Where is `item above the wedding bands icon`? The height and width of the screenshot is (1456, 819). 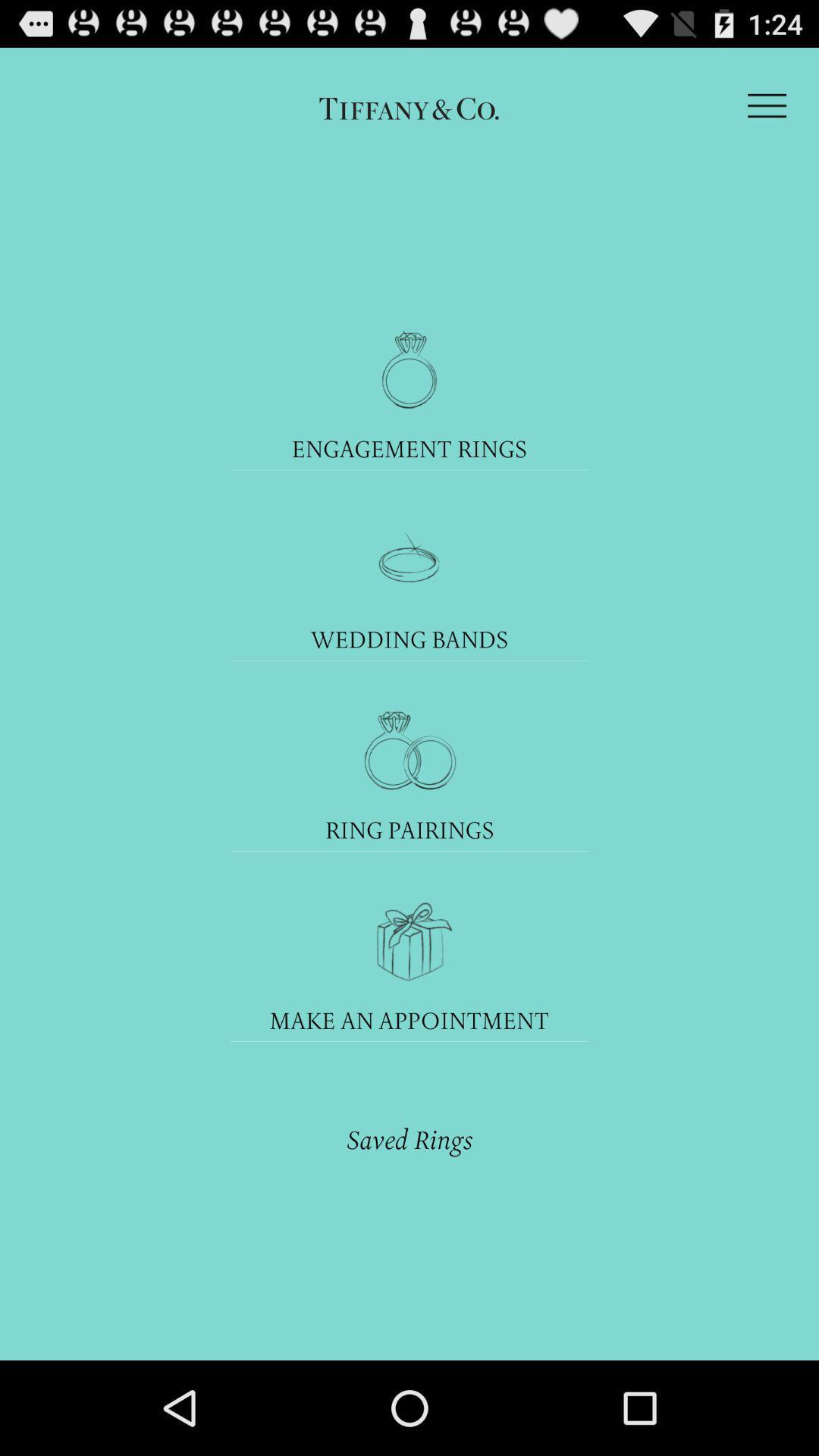 item above the wedding bands icon is located at coordinates (409, 559).